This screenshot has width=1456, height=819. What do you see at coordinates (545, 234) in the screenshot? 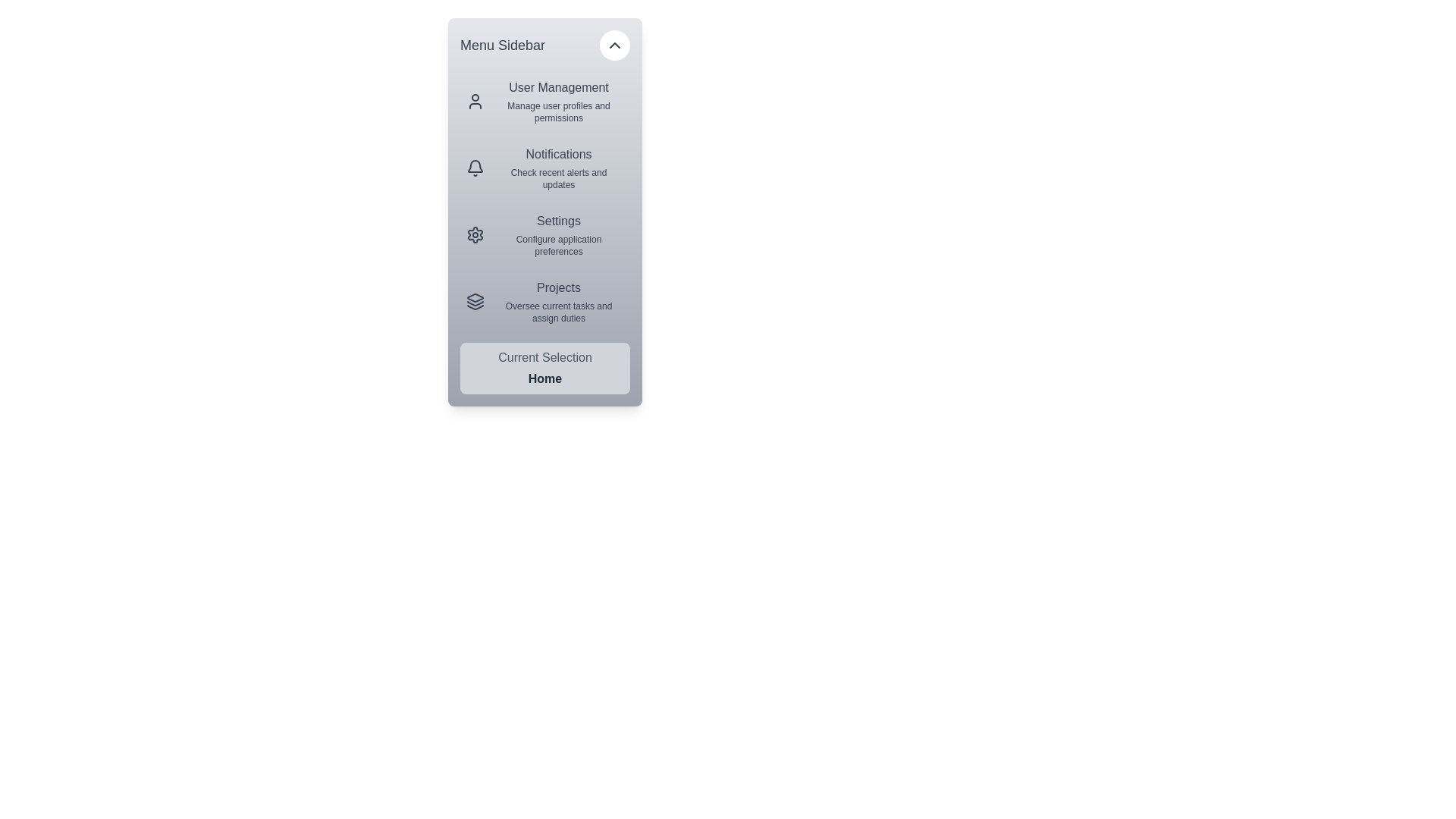
I see `the third item in the Sidebar menu, which provides access to settings functionality` at bounding box center [545, 234].